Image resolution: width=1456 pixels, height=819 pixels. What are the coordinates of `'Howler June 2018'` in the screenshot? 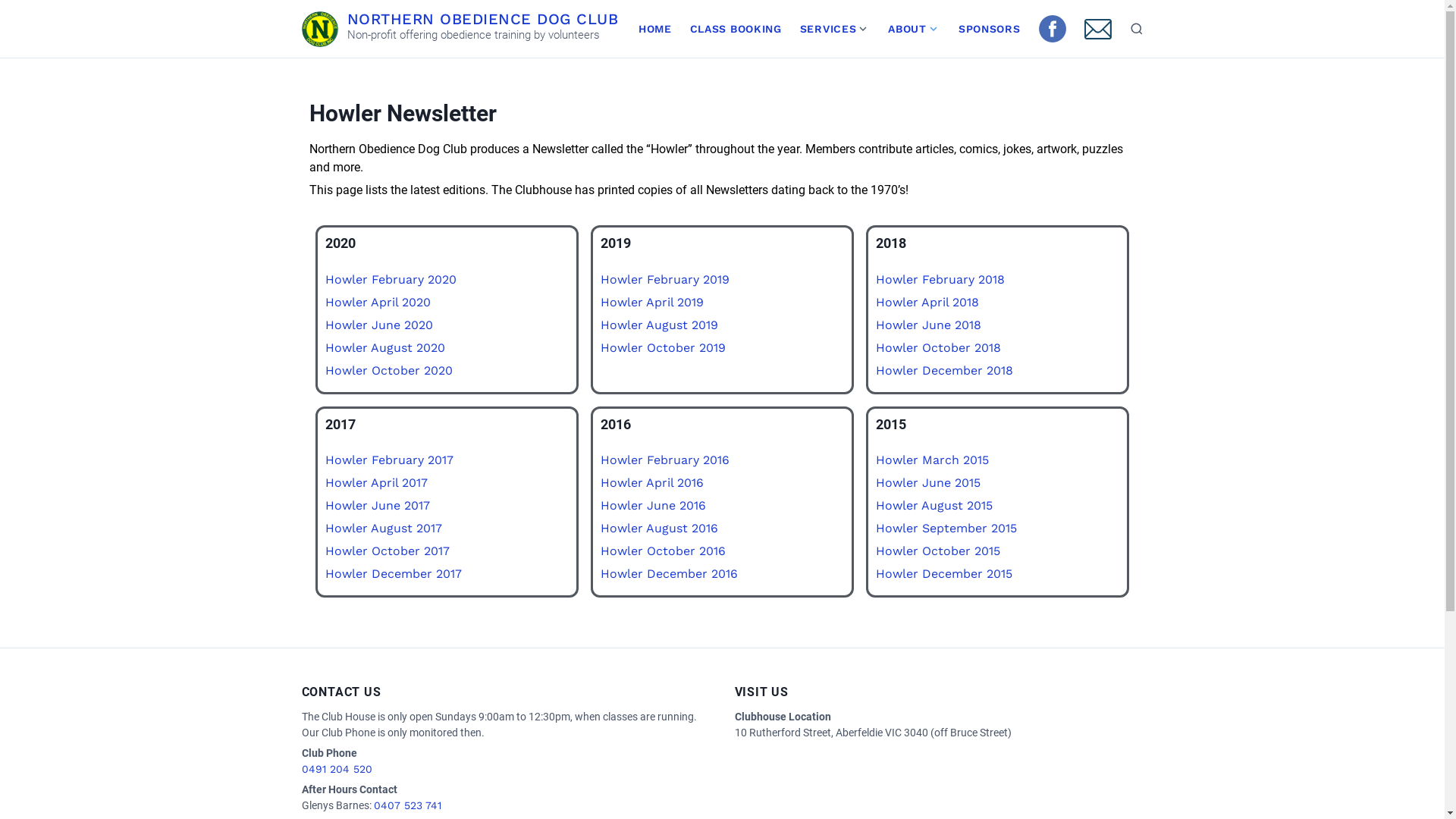 It's located at (927, 323).